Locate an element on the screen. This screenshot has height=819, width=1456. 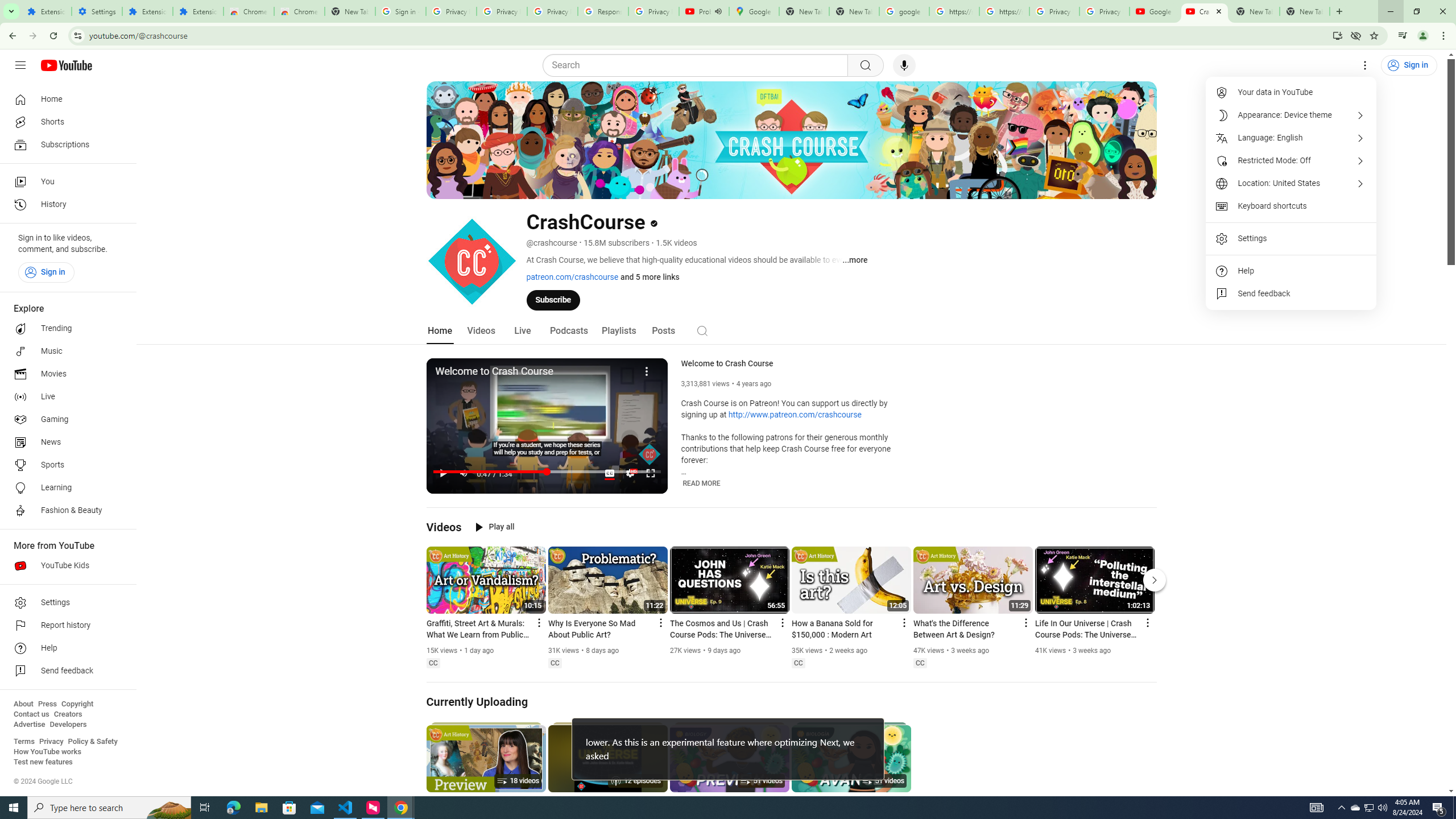
'Install YouTube' is located at coordinates (1337, 35).